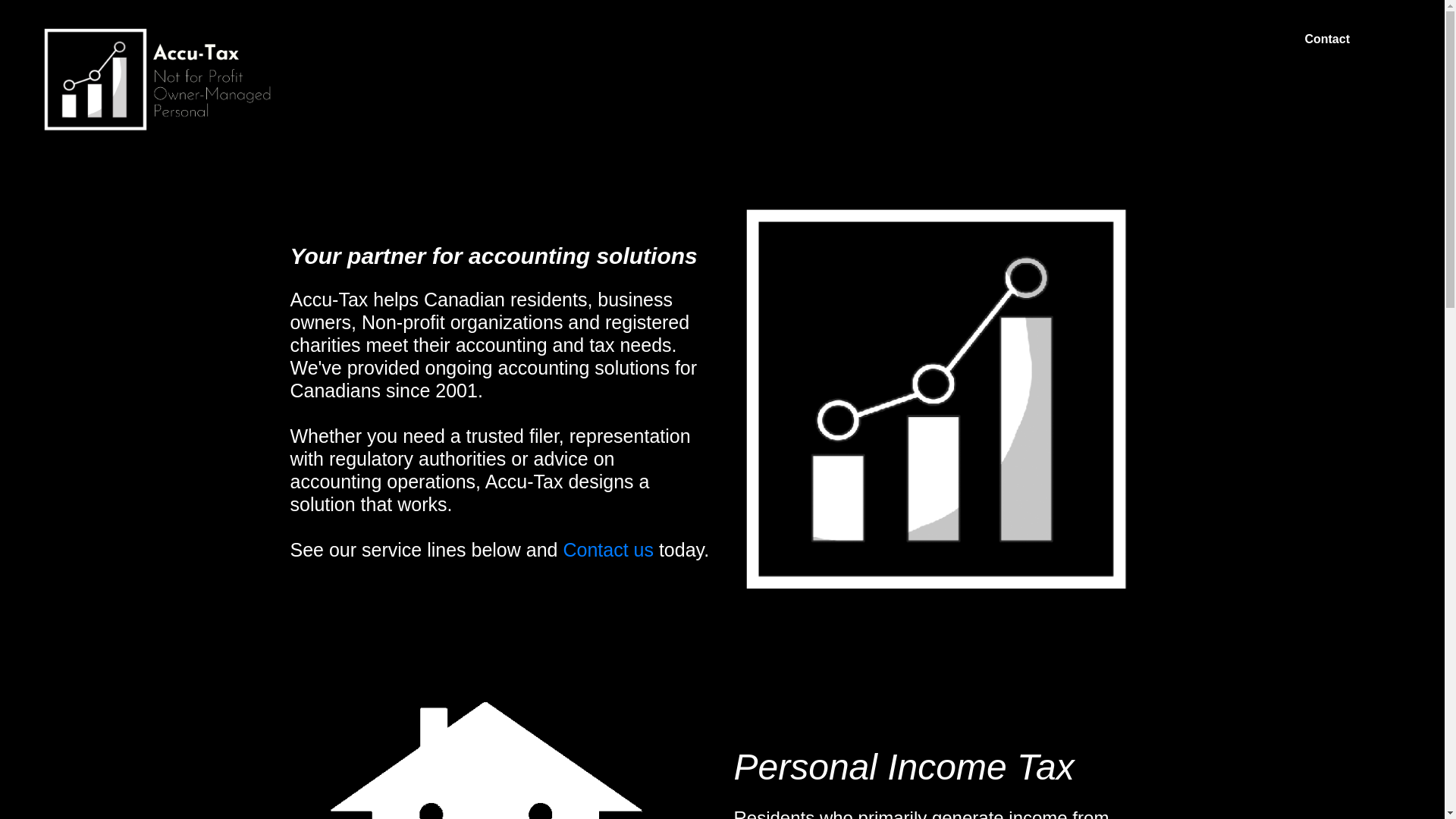  Describe the element at coordinates (604, 550) in the screenshot. I see `'Contact us'` at that location.